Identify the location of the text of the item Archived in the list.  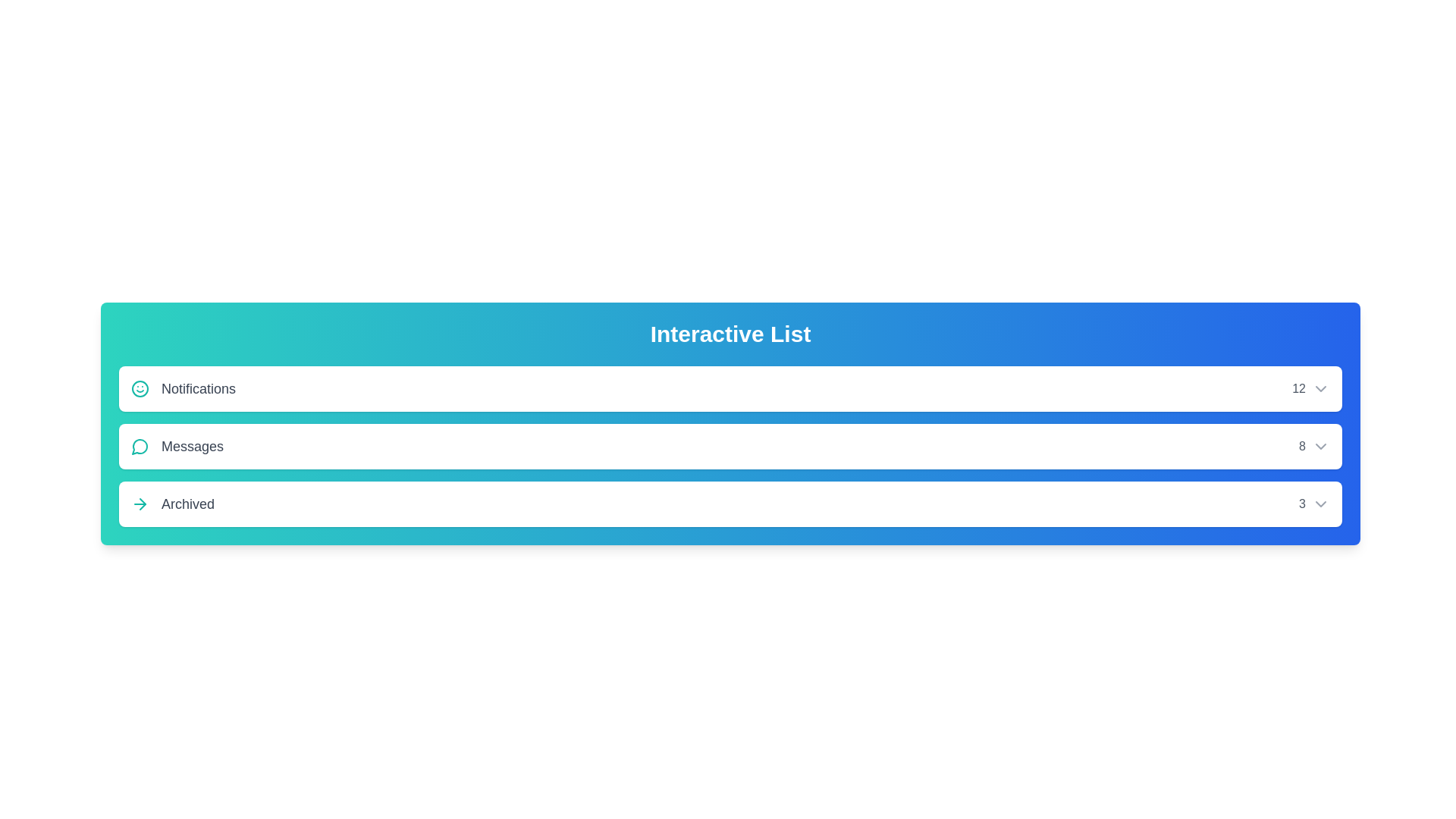
(172, 504).